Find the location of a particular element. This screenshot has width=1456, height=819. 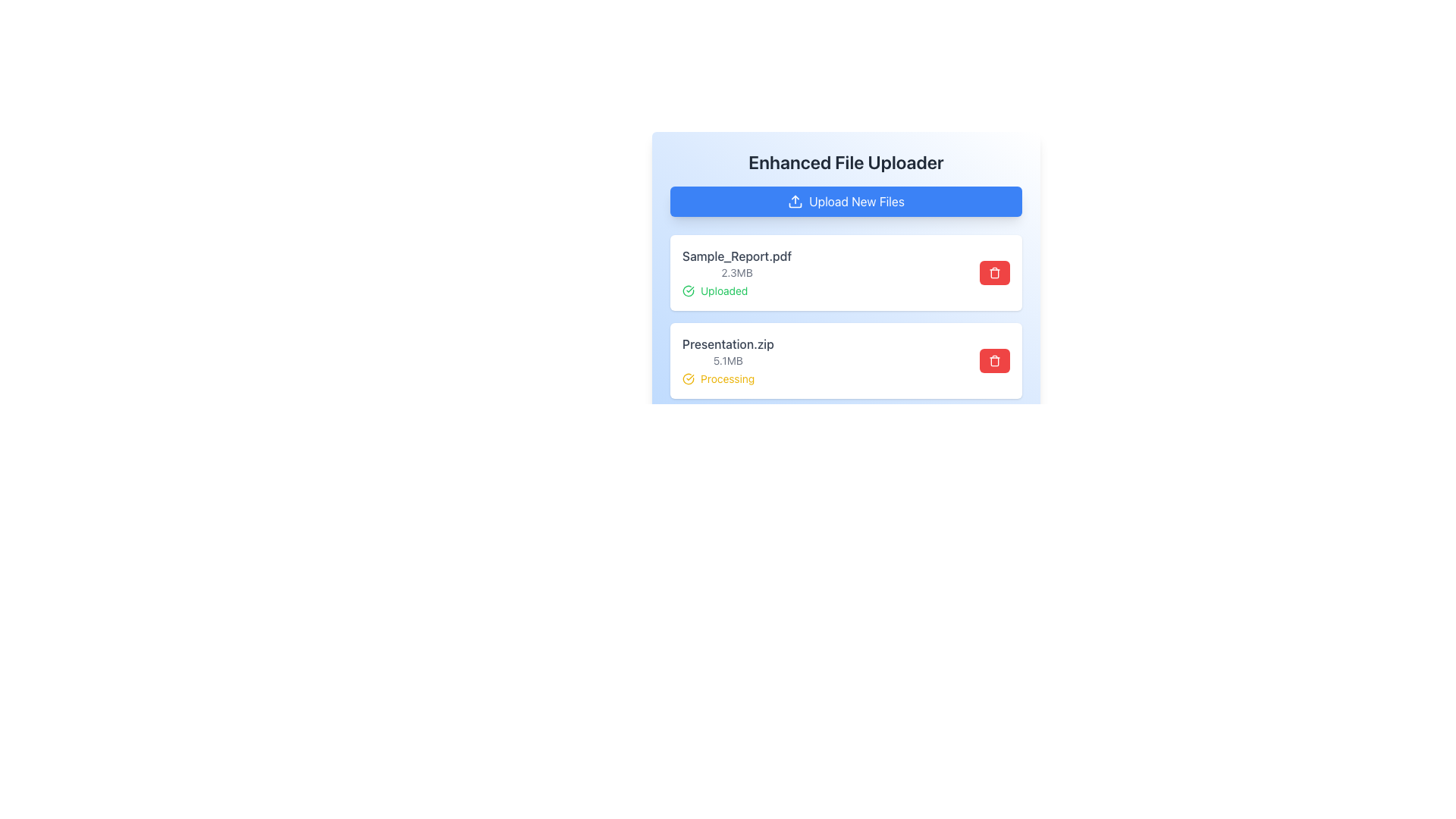

the 'Uploaded' text label with a green checkmark icon located in the second row beneath 'Sample_Report.pdf' is located at coordinates (737, 291).